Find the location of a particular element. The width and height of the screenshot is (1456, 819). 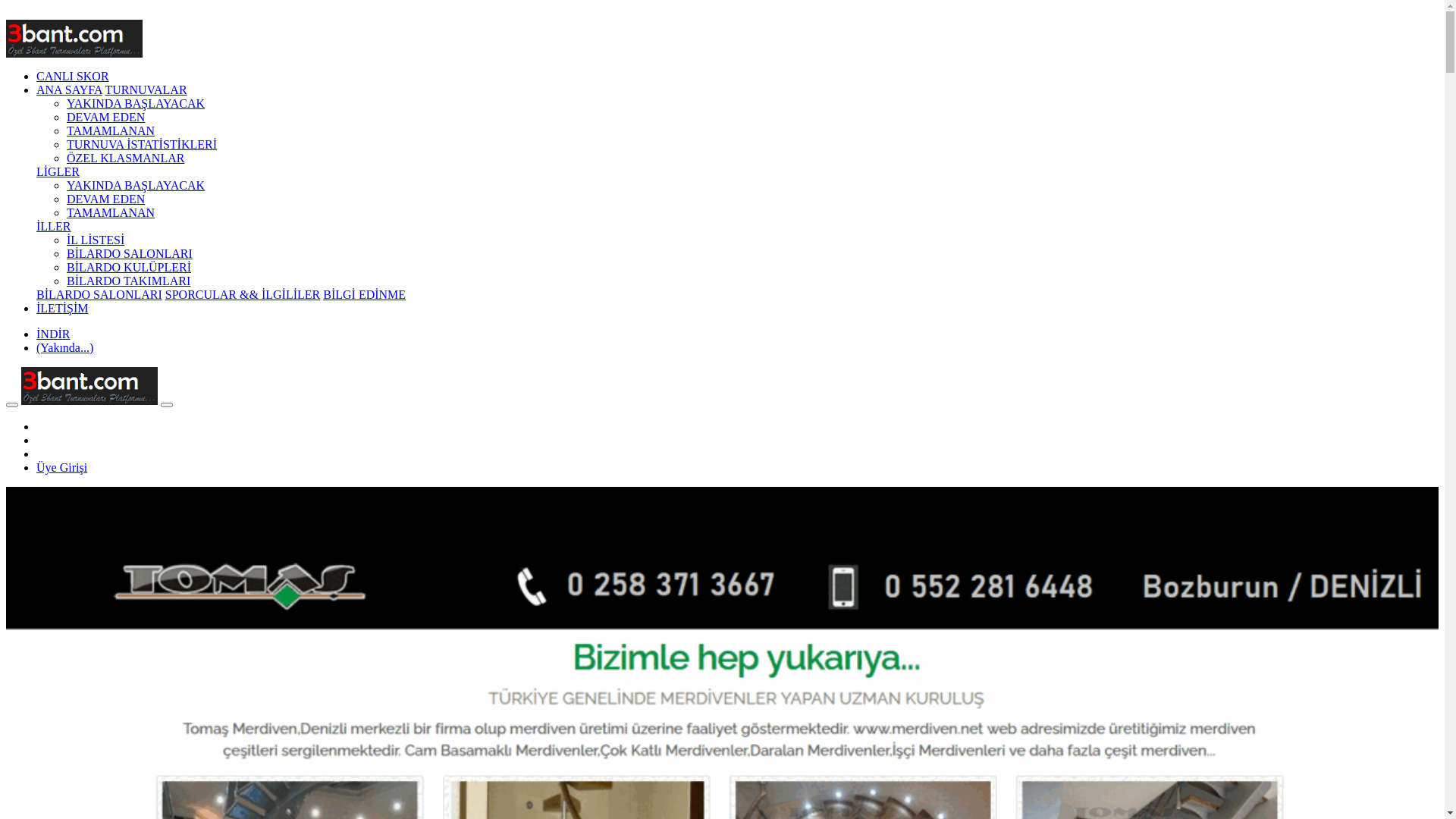

'DEVAM EDEN' is located at coordinates (105, 198).